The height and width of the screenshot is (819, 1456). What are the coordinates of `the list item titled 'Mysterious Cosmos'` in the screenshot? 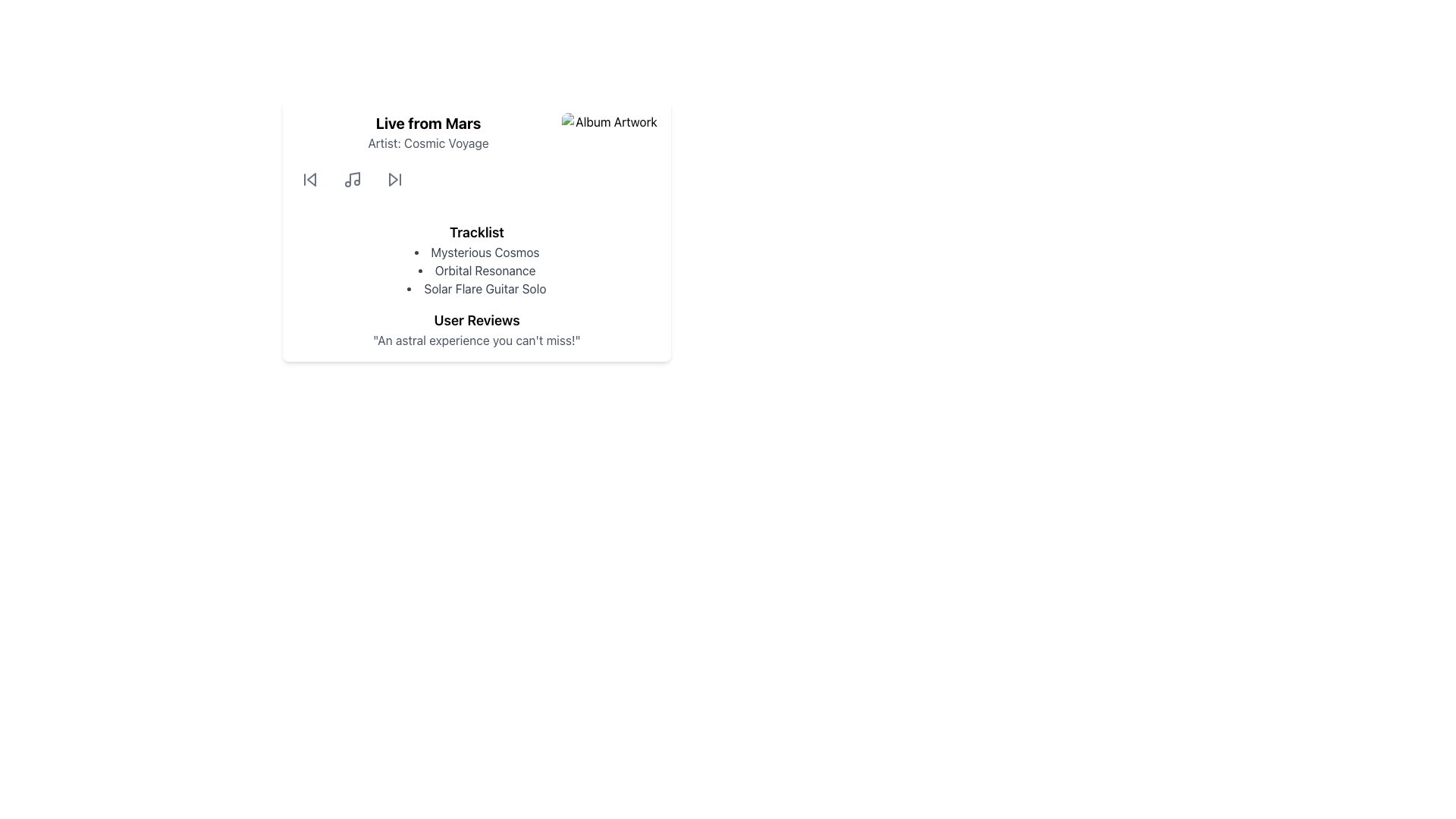 It's located at (475, 251).